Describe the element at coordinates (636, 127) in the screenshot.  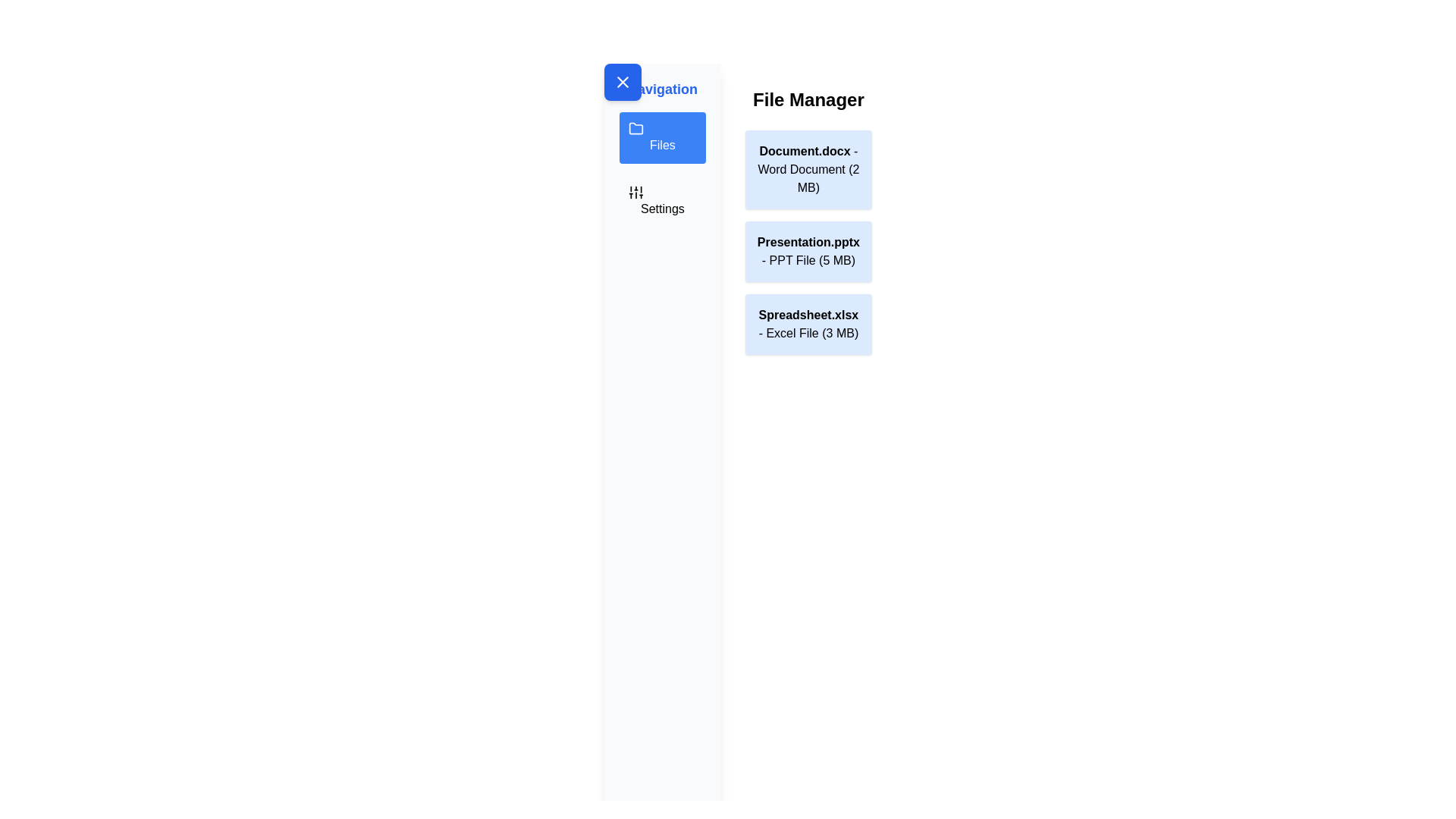
I see `the 'Files' button which contains the icon representing the 'Files' feature, located in the left navigation panel` at that location.